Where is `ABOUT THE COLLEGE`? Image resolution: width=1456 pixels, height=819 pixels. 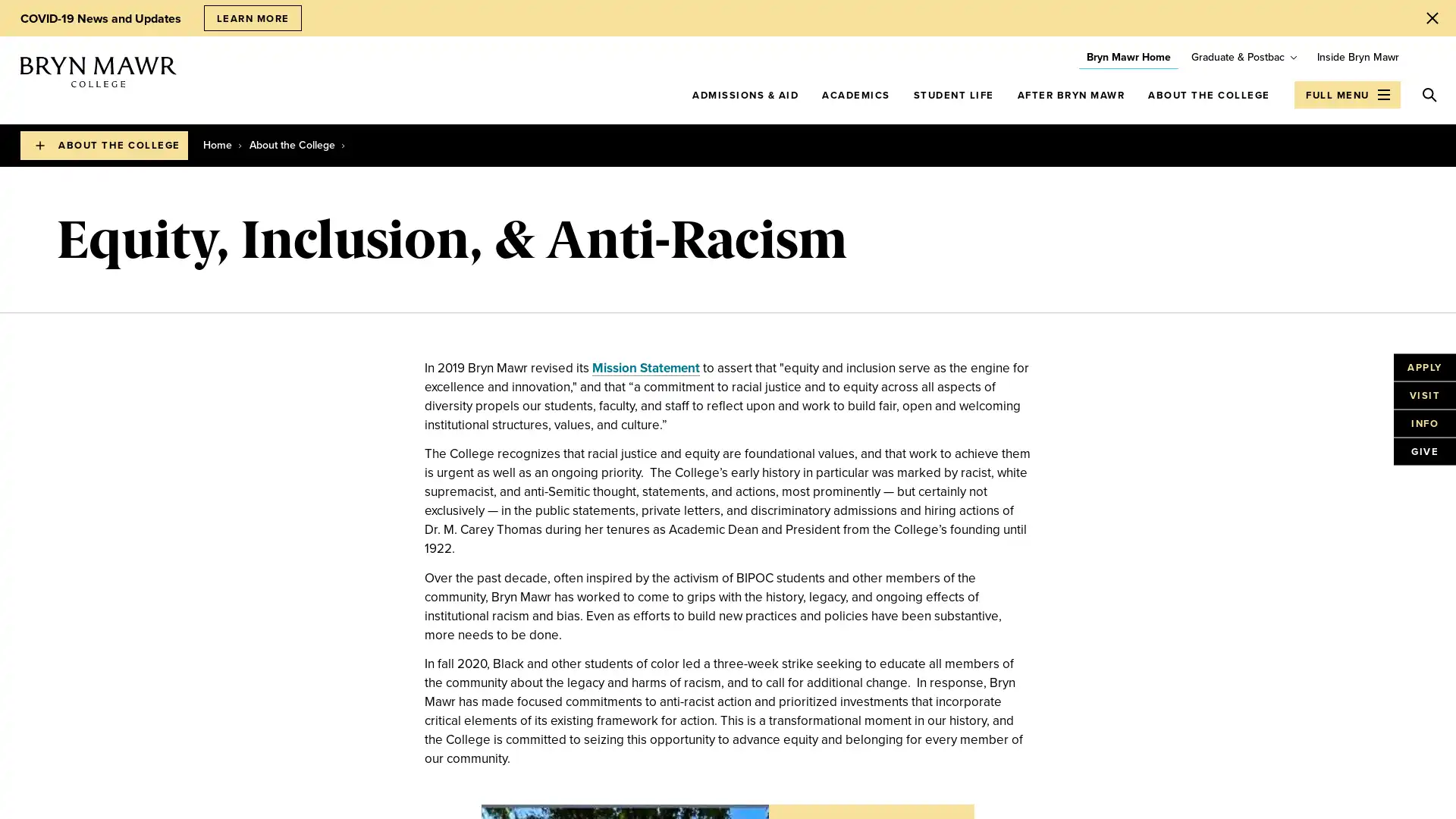
ABOUT THE COLLEGE is located at coordinates (103, 146).